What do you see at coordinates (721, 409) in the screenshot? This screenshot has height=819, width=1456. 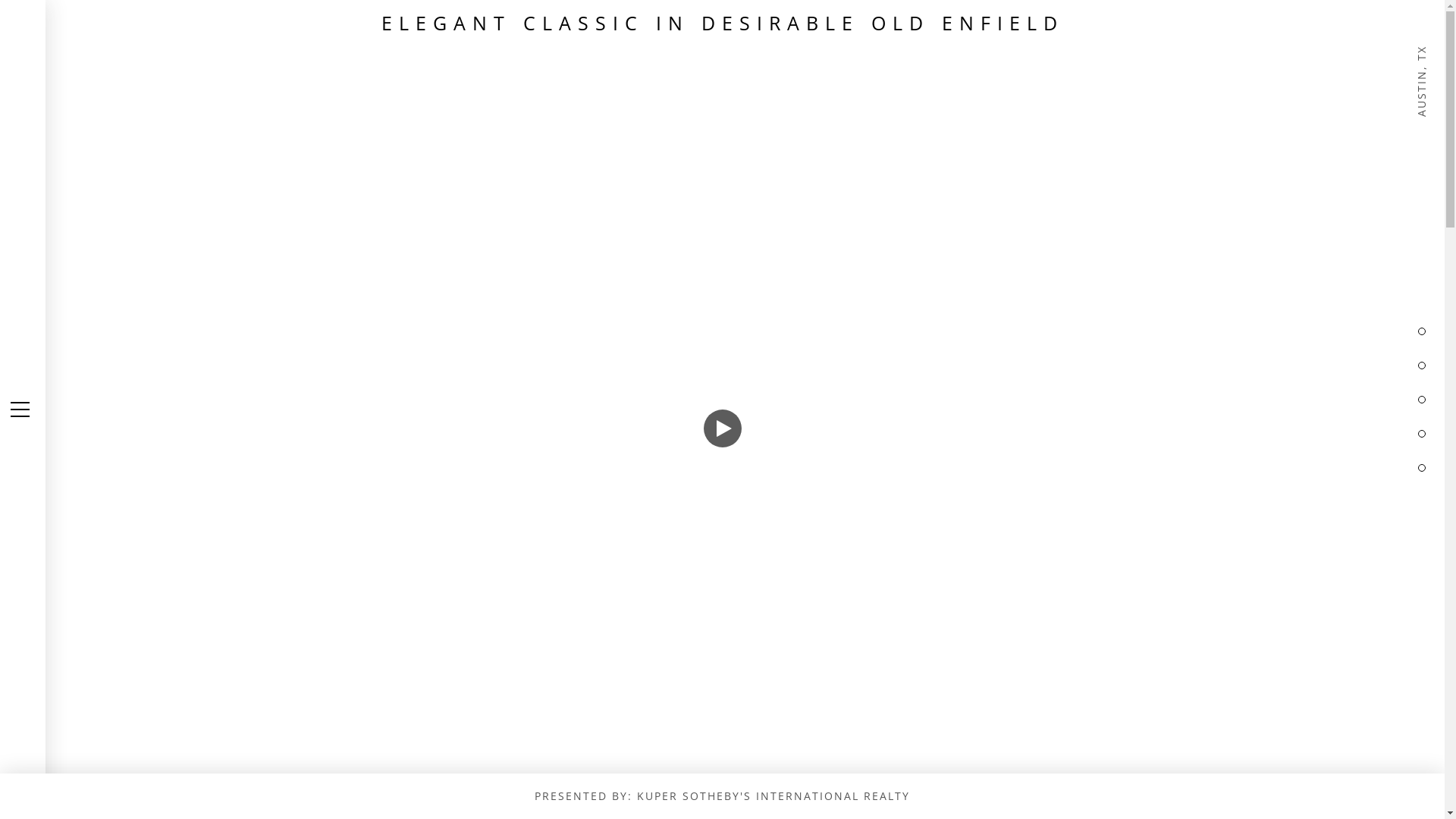 I see `'Listing Video'` at bounding box center [721, 409].